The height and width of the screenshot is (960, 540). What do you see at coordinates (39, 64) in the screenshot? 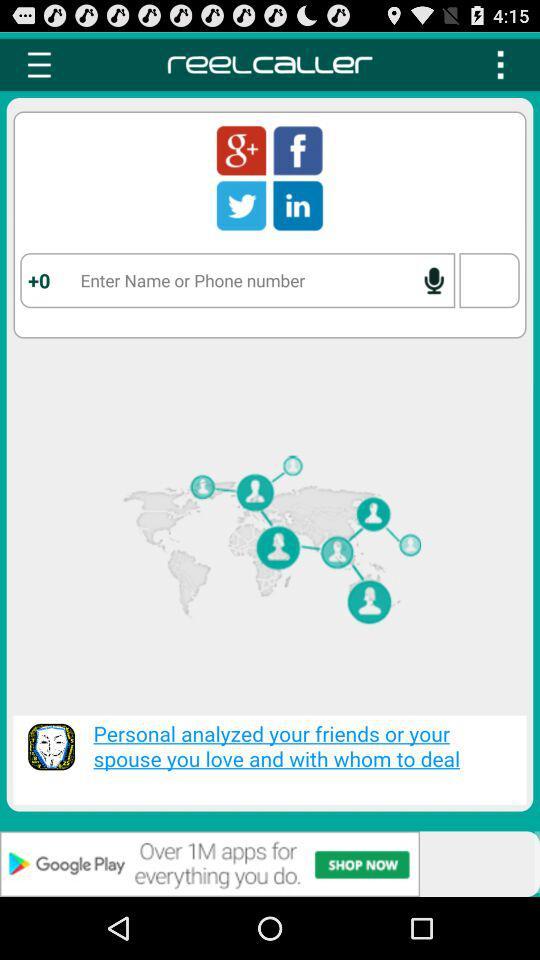
I see `menu button` at bounding box center [39, 64].